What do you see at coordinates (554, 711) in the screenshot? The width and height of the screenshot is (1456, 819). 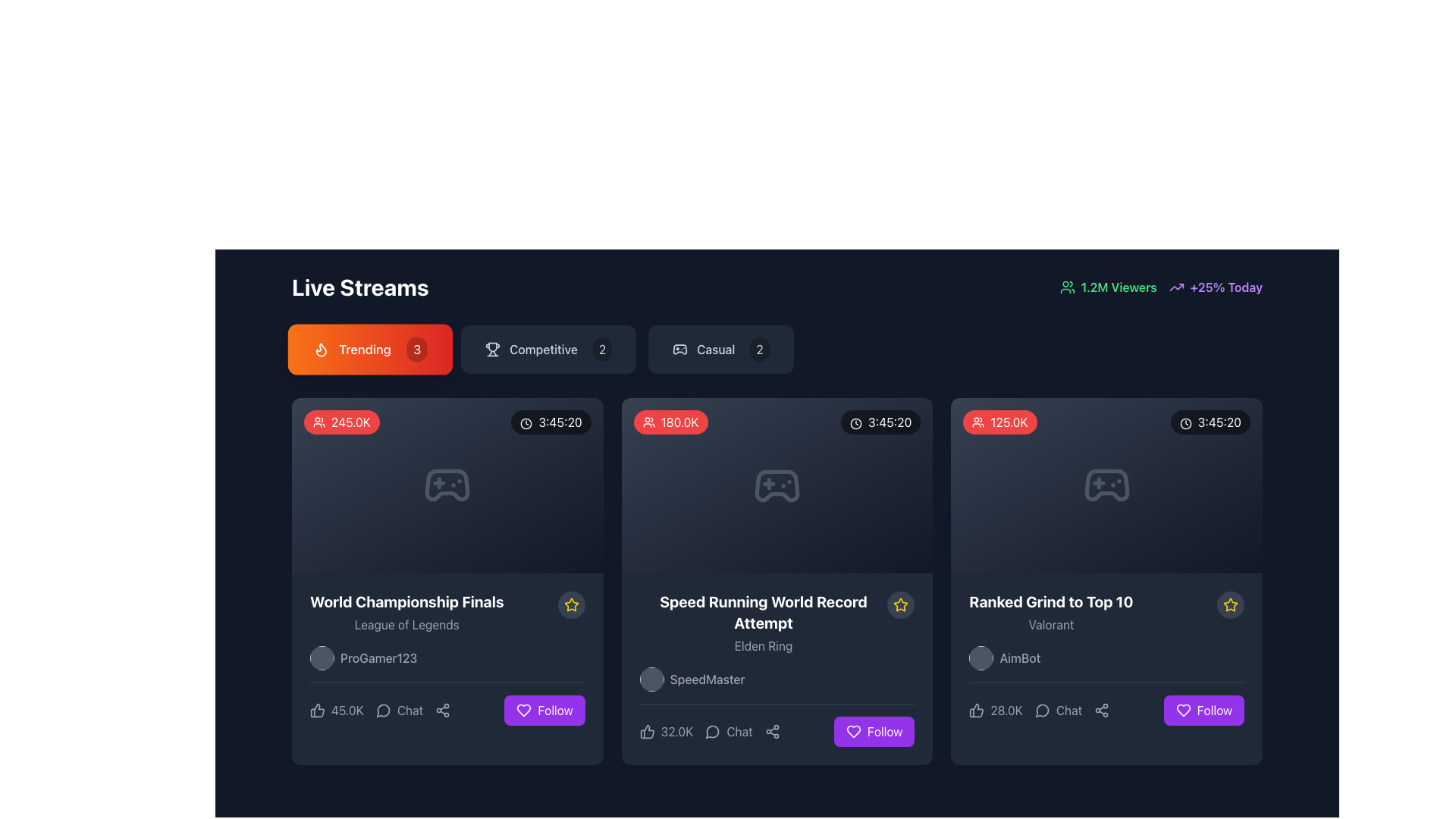 I see `the 'Follow' text label styled with a bold, white font on a purple button located at the bottom right of a card layout to follow the associated content or user` at bounding box center [554, 711].